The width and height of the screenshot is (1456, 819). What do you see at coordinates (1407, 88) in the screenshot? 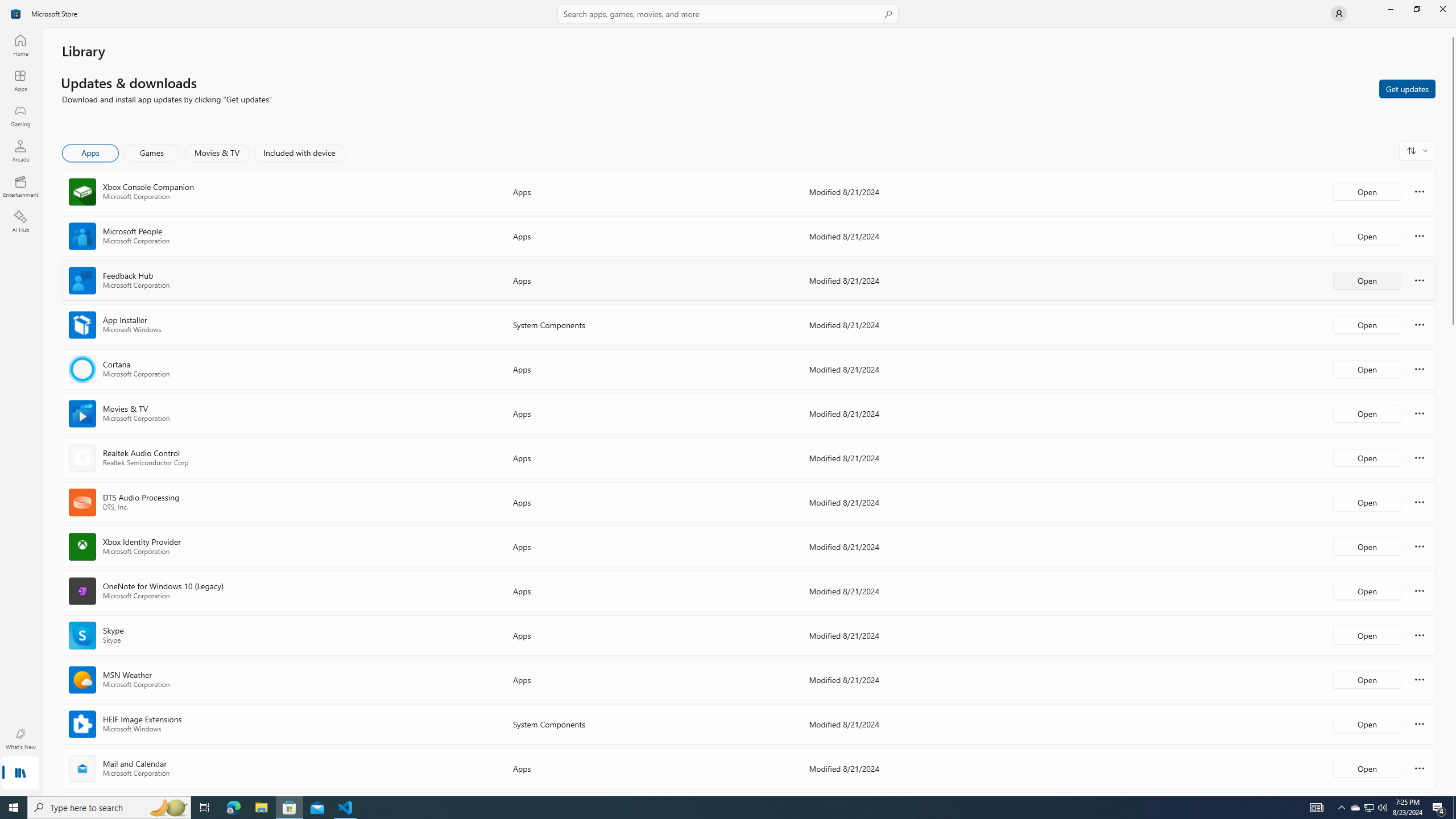
I see `'Get updates'` at bounding box center [1407, 88].